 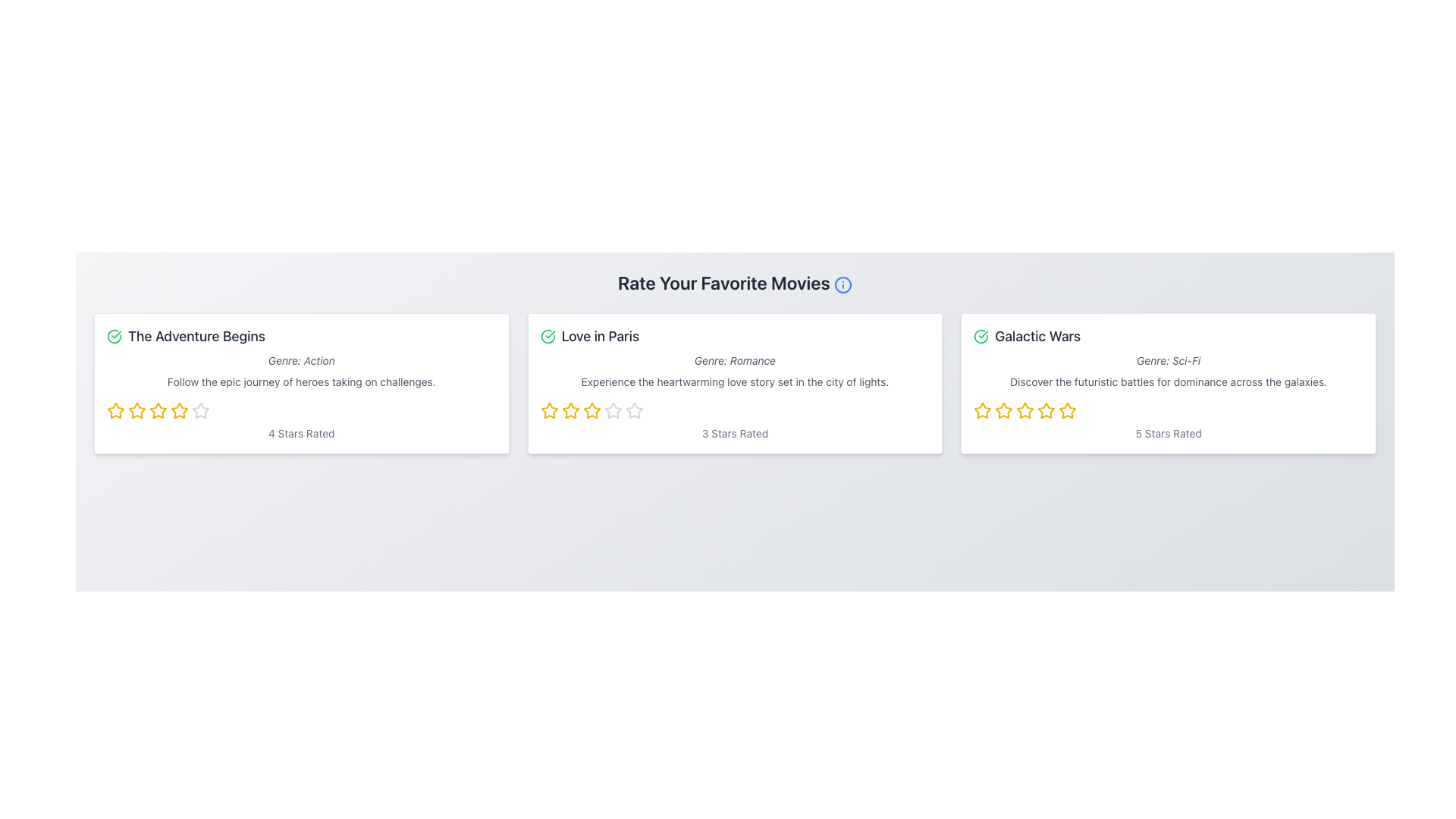 What do you see at coordinates (158, 411) in the screenshot?
I see `the fourth yellow star-shaped icon in the movie rating section to rate it` at bounding box center [158, 411].